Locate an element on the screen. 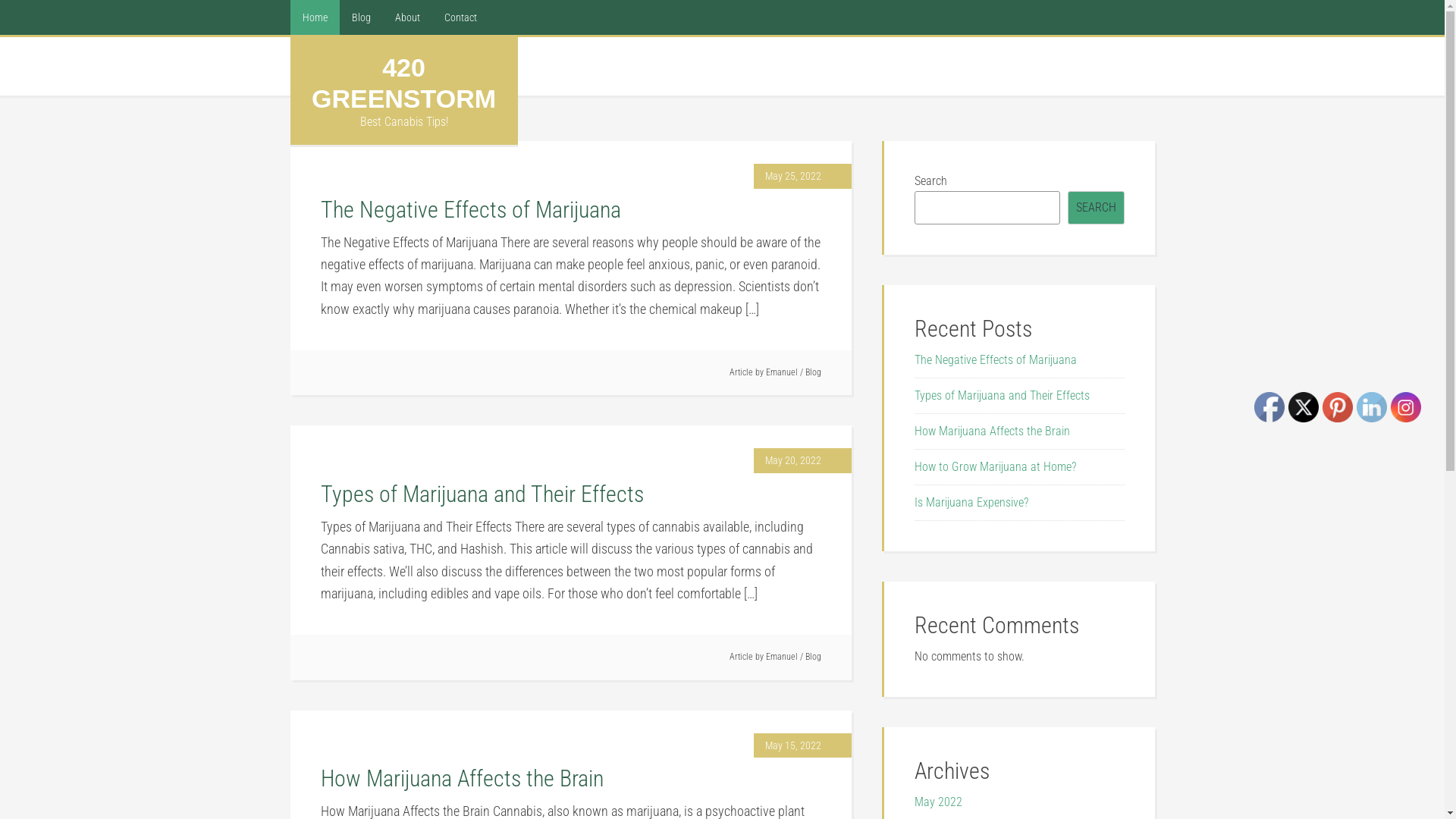 This screenshot has width=1456, height=819. 'Twitter' is located at coordinates (1302, 406).